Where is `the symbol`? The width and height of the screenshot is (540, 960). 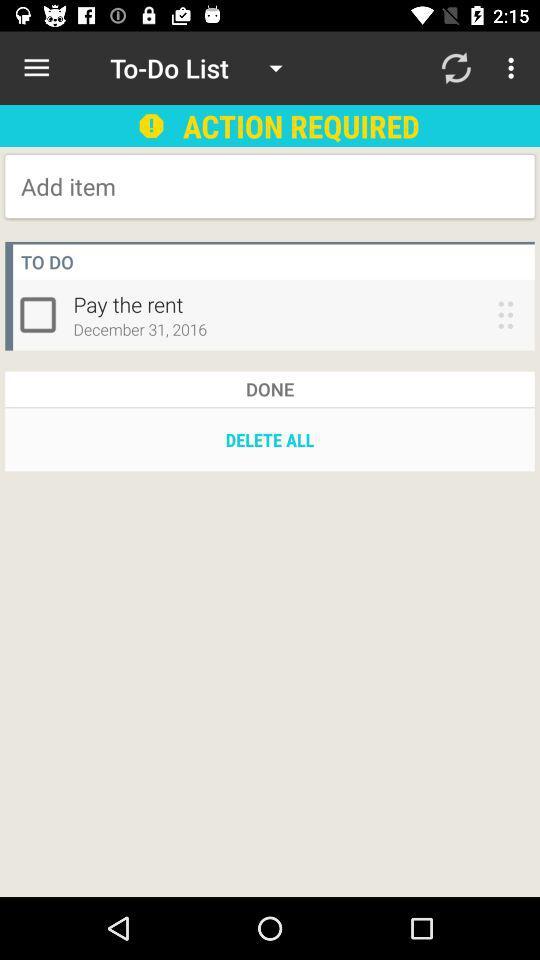 the symbol is located at coordinates (42, 314).